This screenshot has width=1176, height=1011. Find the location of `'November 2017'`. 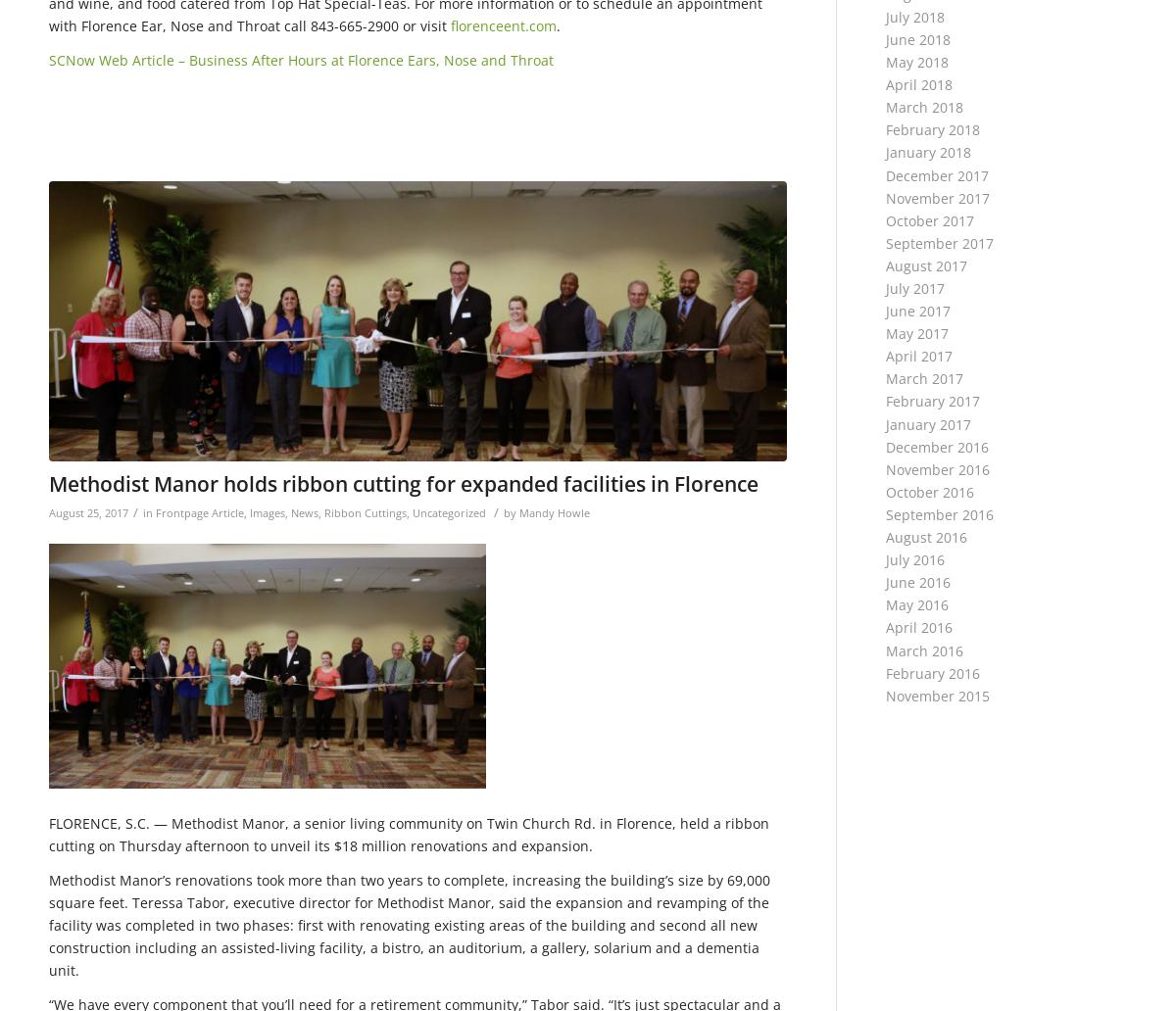

'November 2017' is located at coordinates (938, 196).